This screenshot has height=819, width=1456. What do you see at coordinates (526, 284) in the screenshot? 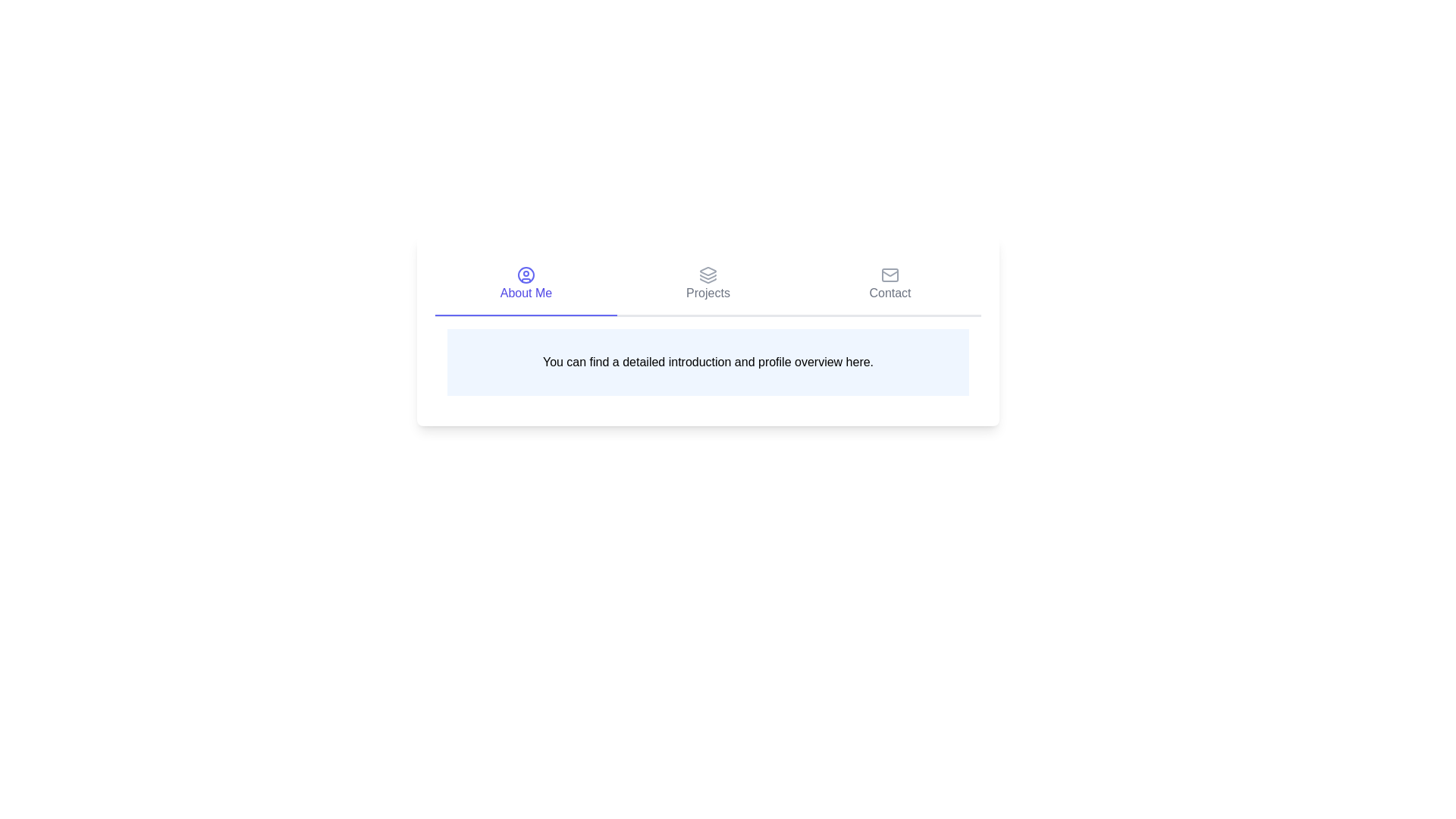
I see `the About Me tab by clicking on its button` at bounding box center [526, 284].